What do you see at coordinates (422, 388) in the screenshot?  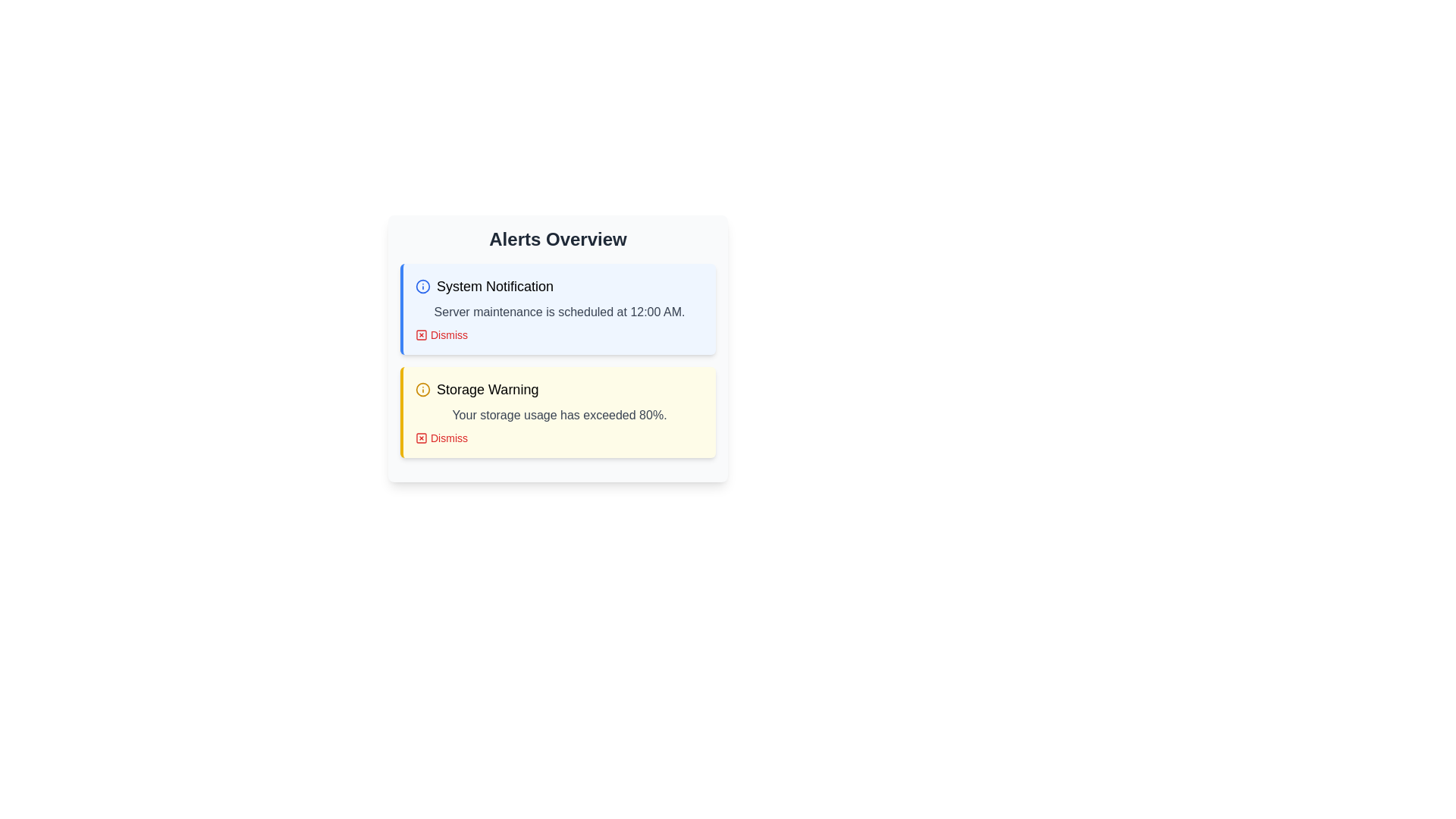 I see `the circular icon with an exclamation mark in the 'Storage Warning' section, which is styled with a yellow fill and dark stroke details` at bounding box center [422, 388].